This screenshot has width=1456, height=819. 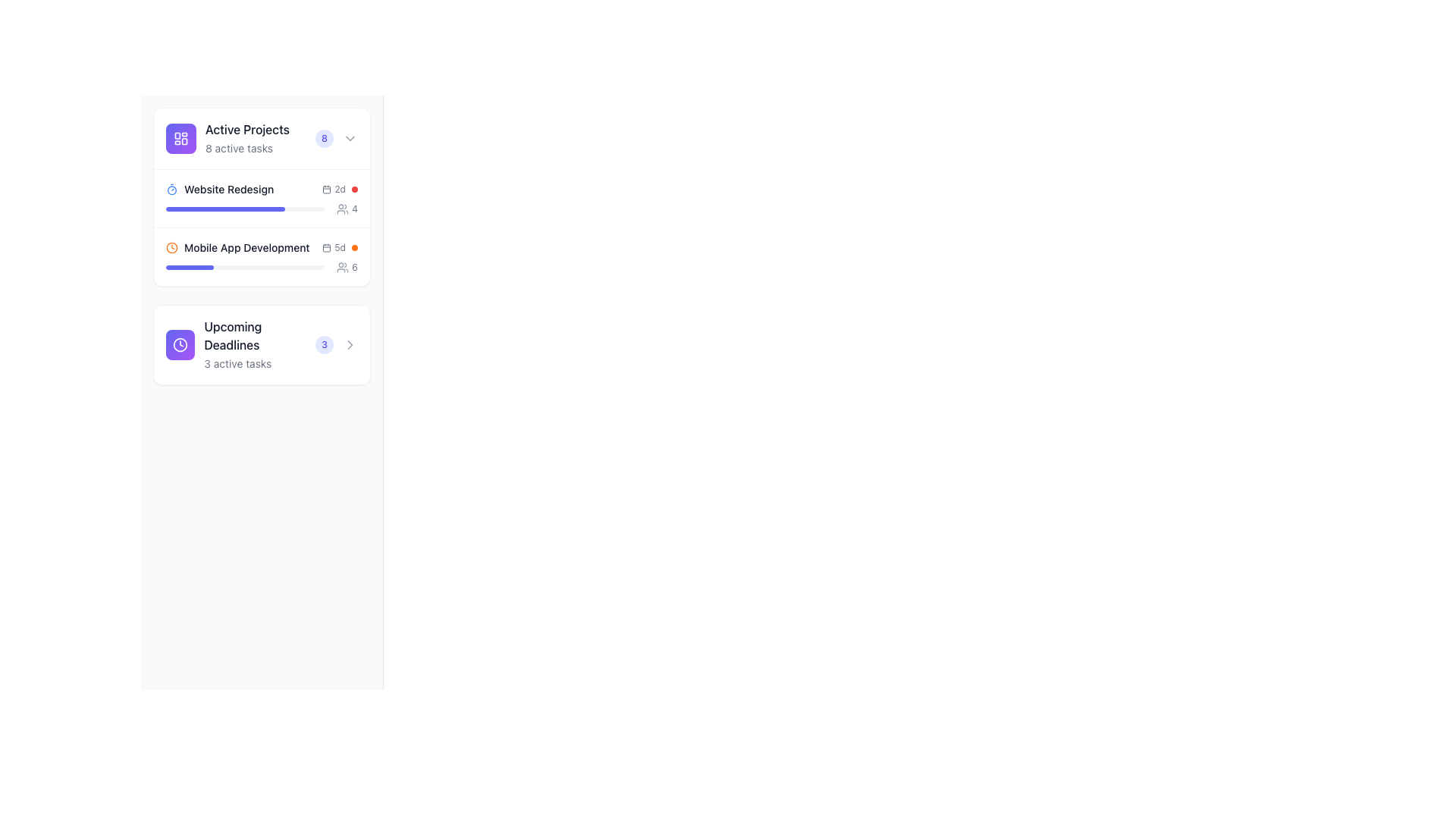 What do you see at coordinates (324, 345) in the screenshot?
I see `the content of the badge indicating the count of items or tasks related to the 'Upcoming Deadlines' section, located on the right side of the section adjacent to a right-pointing chevron icon` at bounding box center [324, 345].